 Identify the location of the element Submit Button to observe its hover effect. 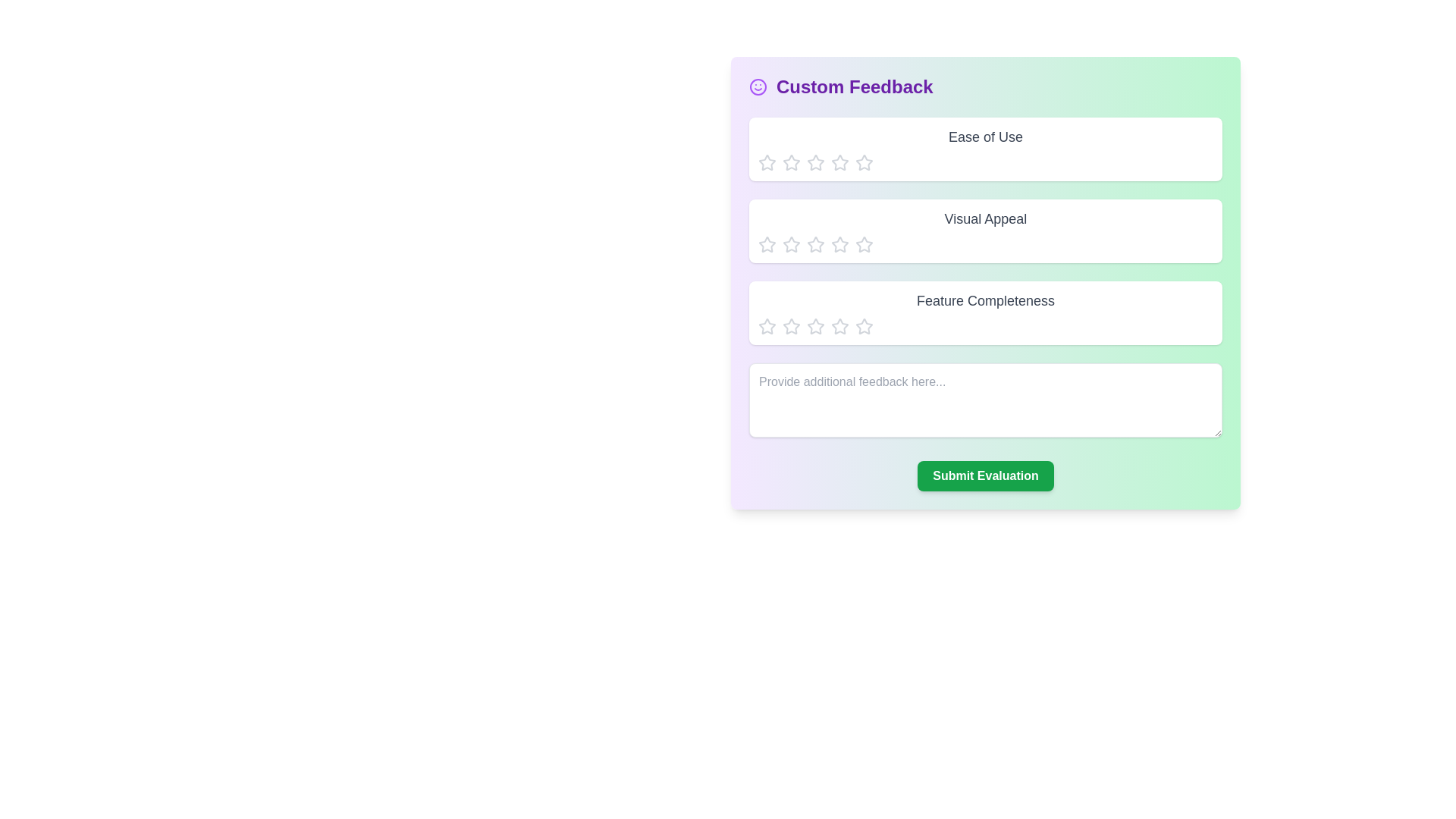
(985, 475).